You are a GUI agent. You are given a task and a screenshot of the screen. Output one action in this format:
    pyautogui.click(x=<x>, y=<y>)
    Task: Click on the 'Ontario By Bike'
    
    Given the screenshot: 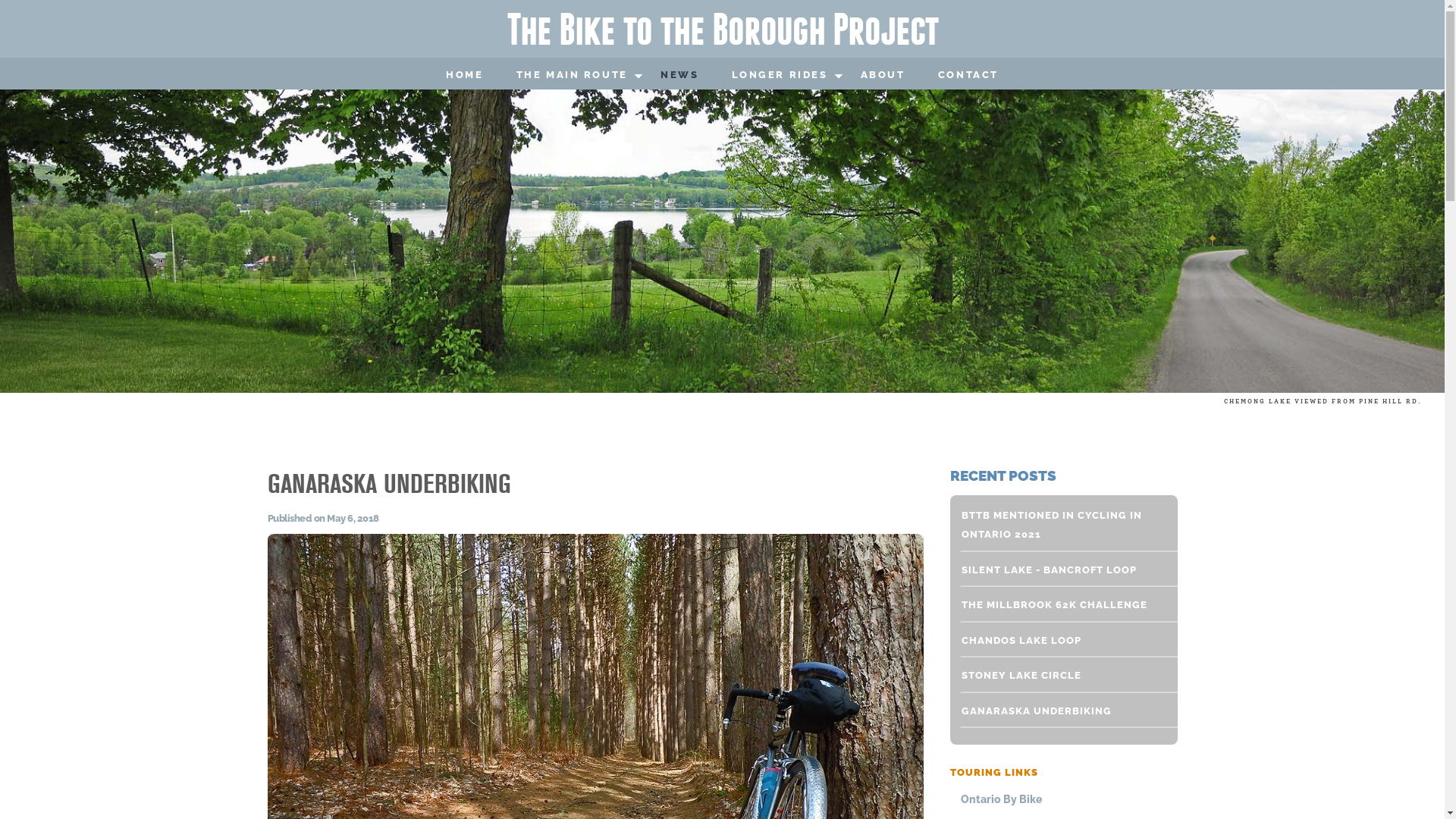 What is the action you would take?
    pyautogui.click(x=1064, y=799)
    